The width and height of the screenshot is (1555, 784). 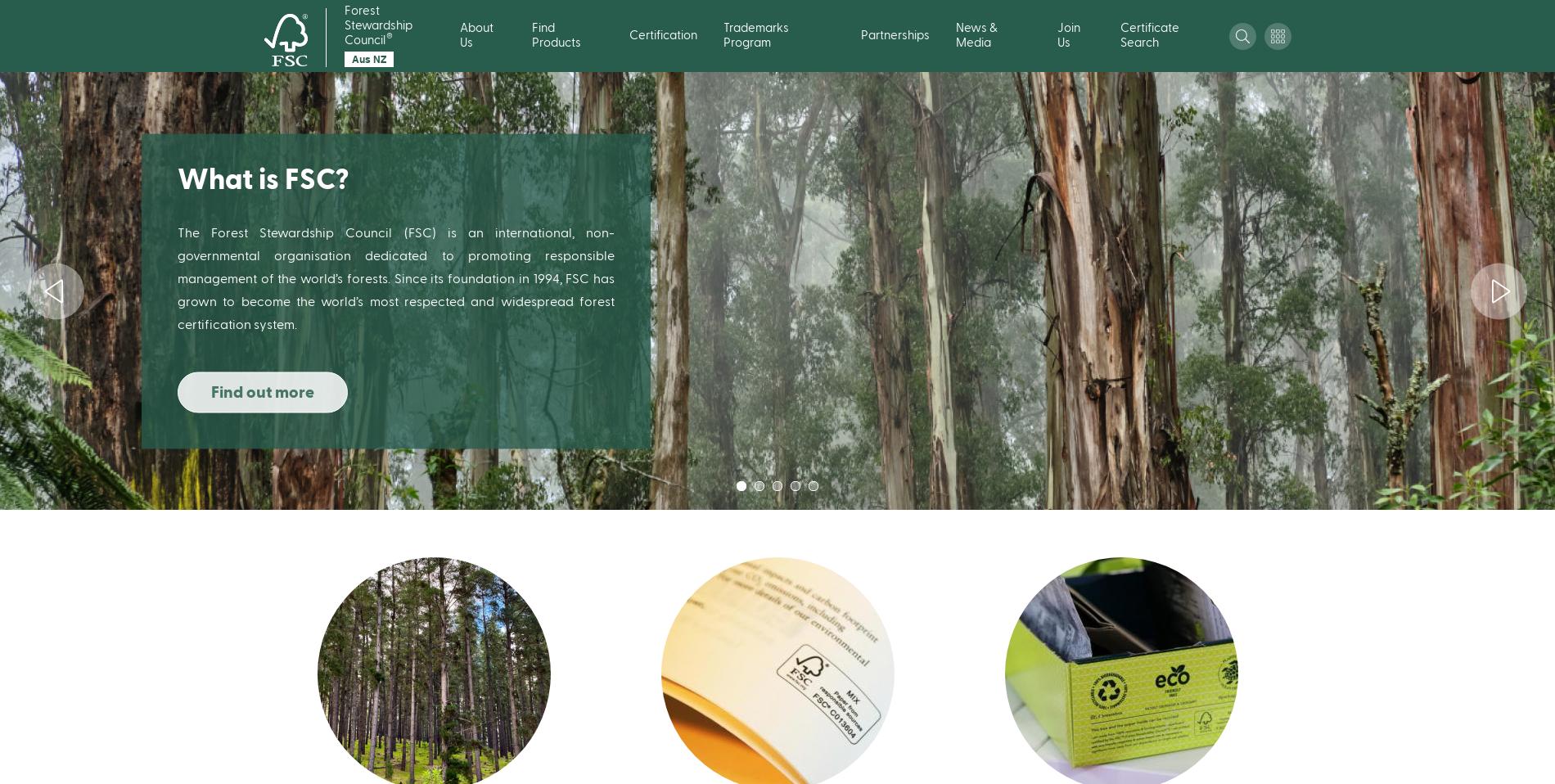 What do you see at coordinates (1183, 182) in the screenshot?
I see `'Members' Portal'` at bounding box center [1183, 182].